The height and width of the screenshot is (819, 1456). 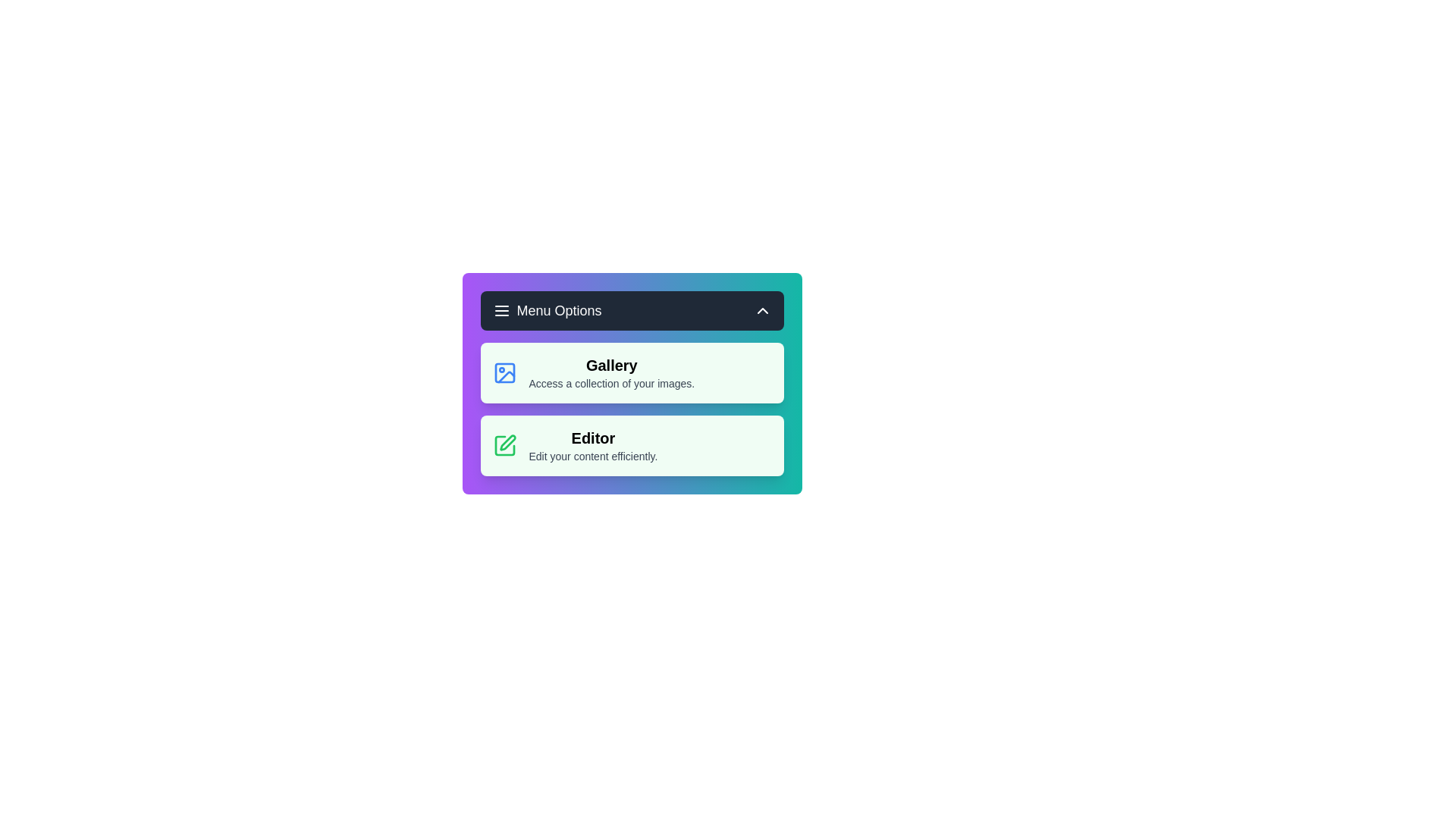 What do you see at coordinates (611, 366) in the screenshot?
I see `the 'Gallery' option in the menu` at bounding box center [611, 366].